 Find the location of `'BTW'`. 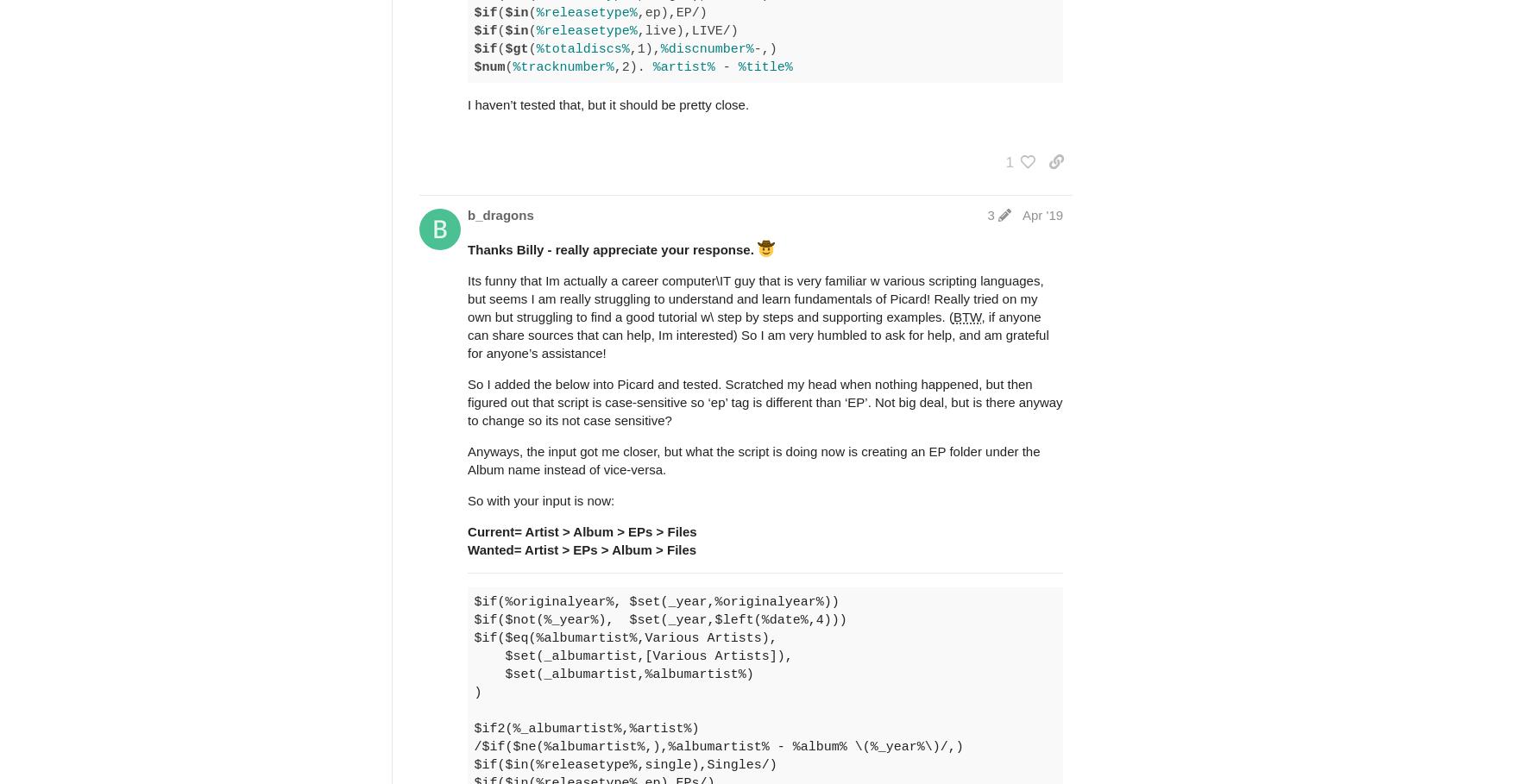

'BTW' is located at coordinates (953, 316).